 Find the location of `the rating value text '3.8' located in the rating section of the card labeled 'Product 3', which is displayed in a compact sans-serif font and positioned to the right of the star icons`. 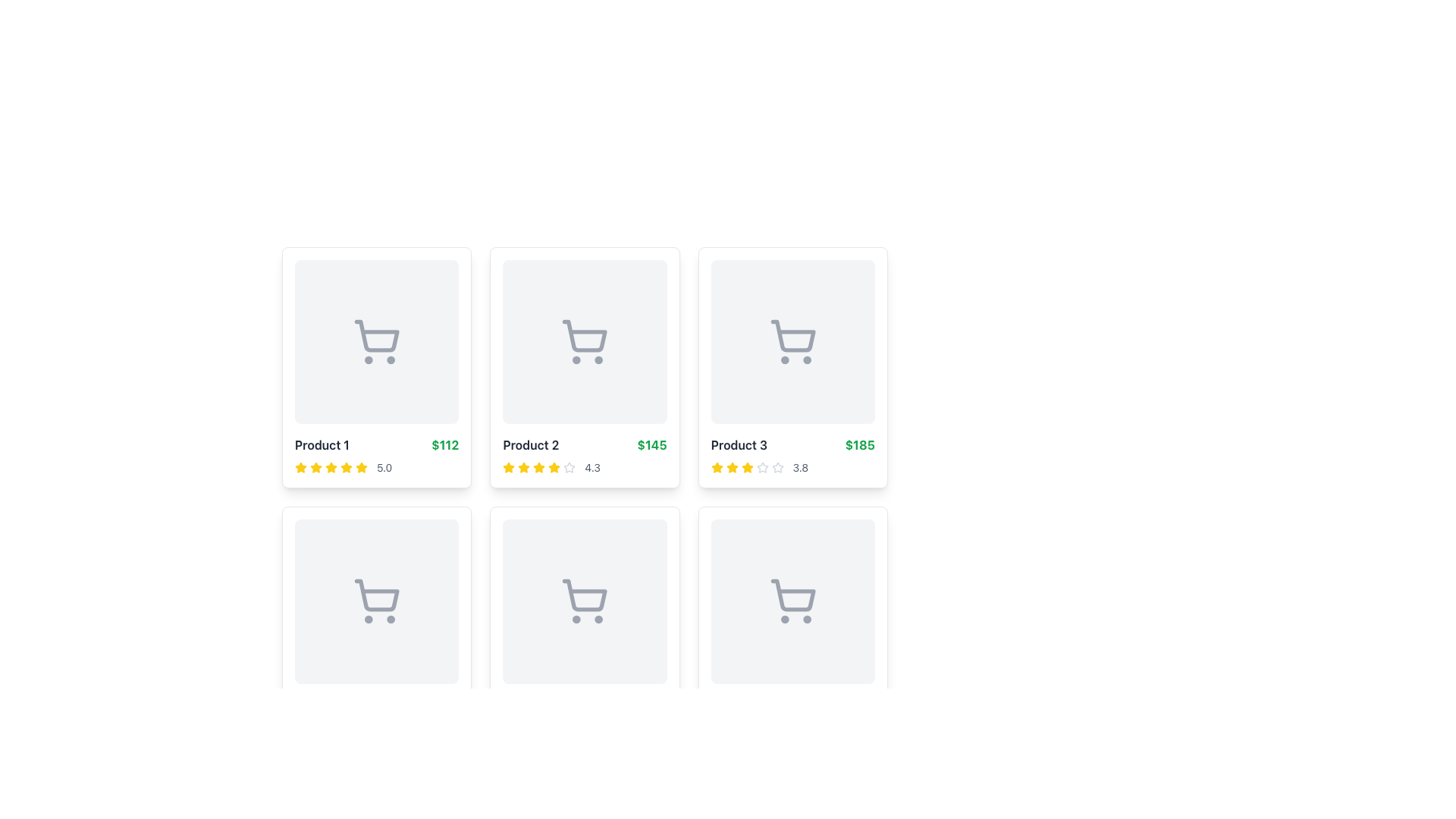

the rating value text '3.8' located in the rating section of the card labeled 'Product 3', which is displayed in a compact sans-serif font and positioned to the right of the star icons is located at coordinates (799, 467).